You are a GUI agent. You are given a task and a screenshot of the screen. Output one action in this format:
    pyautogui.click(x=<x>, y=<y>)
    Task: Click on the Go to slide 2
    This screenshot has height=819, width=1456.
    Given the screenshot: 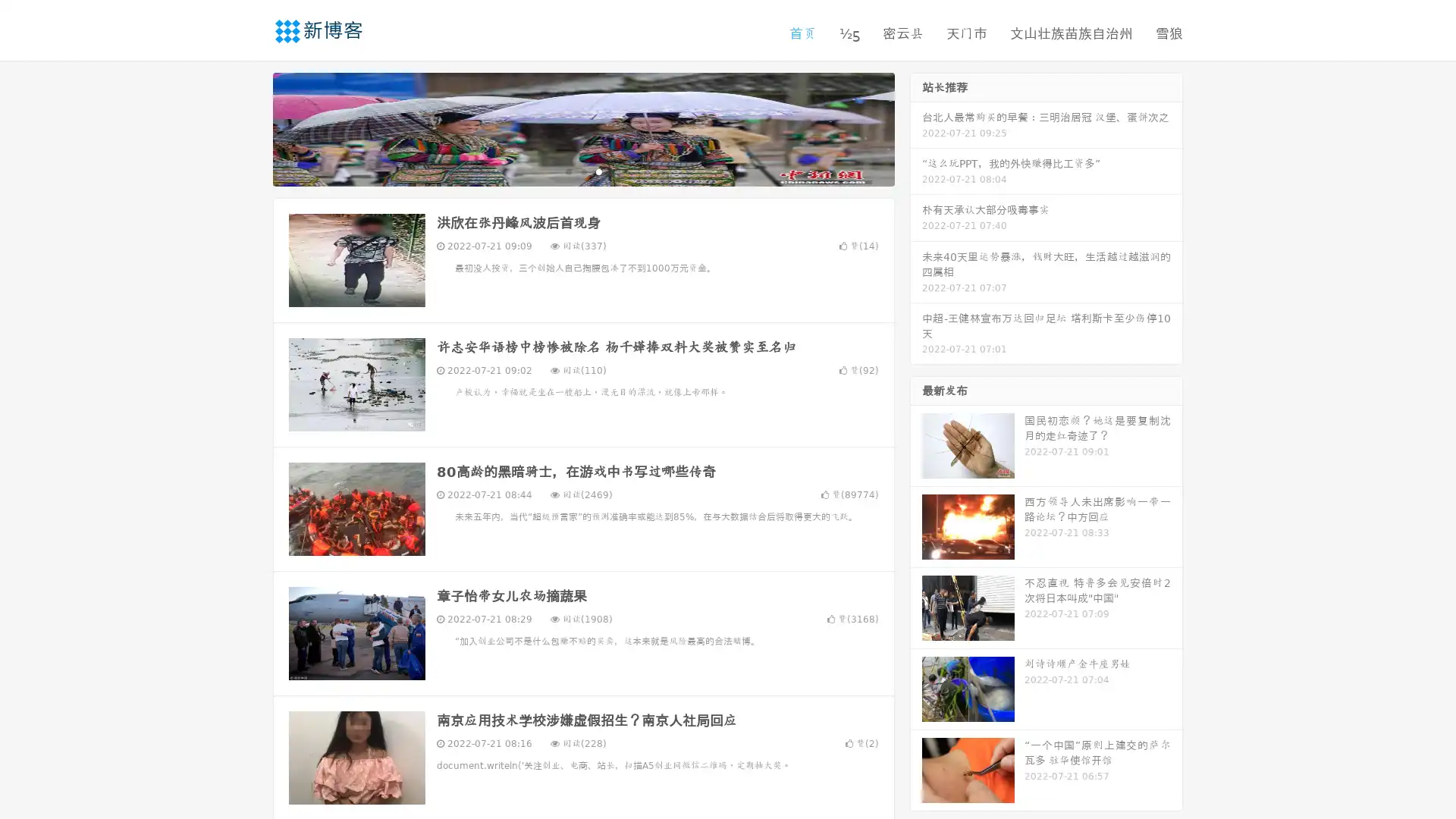 What is the action you would take?
    pyautogui.click(x=582, y=171)
    